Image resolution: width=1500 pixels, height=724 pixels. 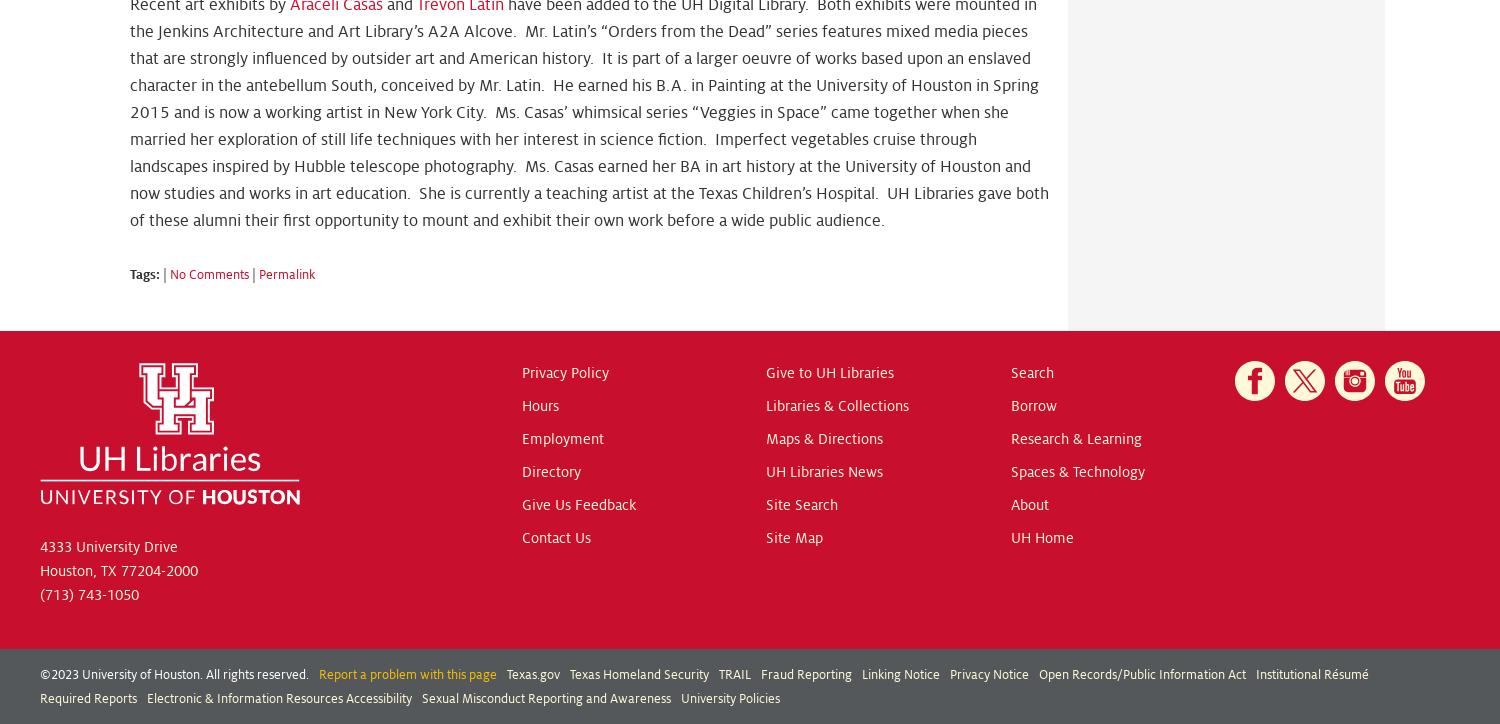 I want to click on 'About', so click(x=1029, y=503).